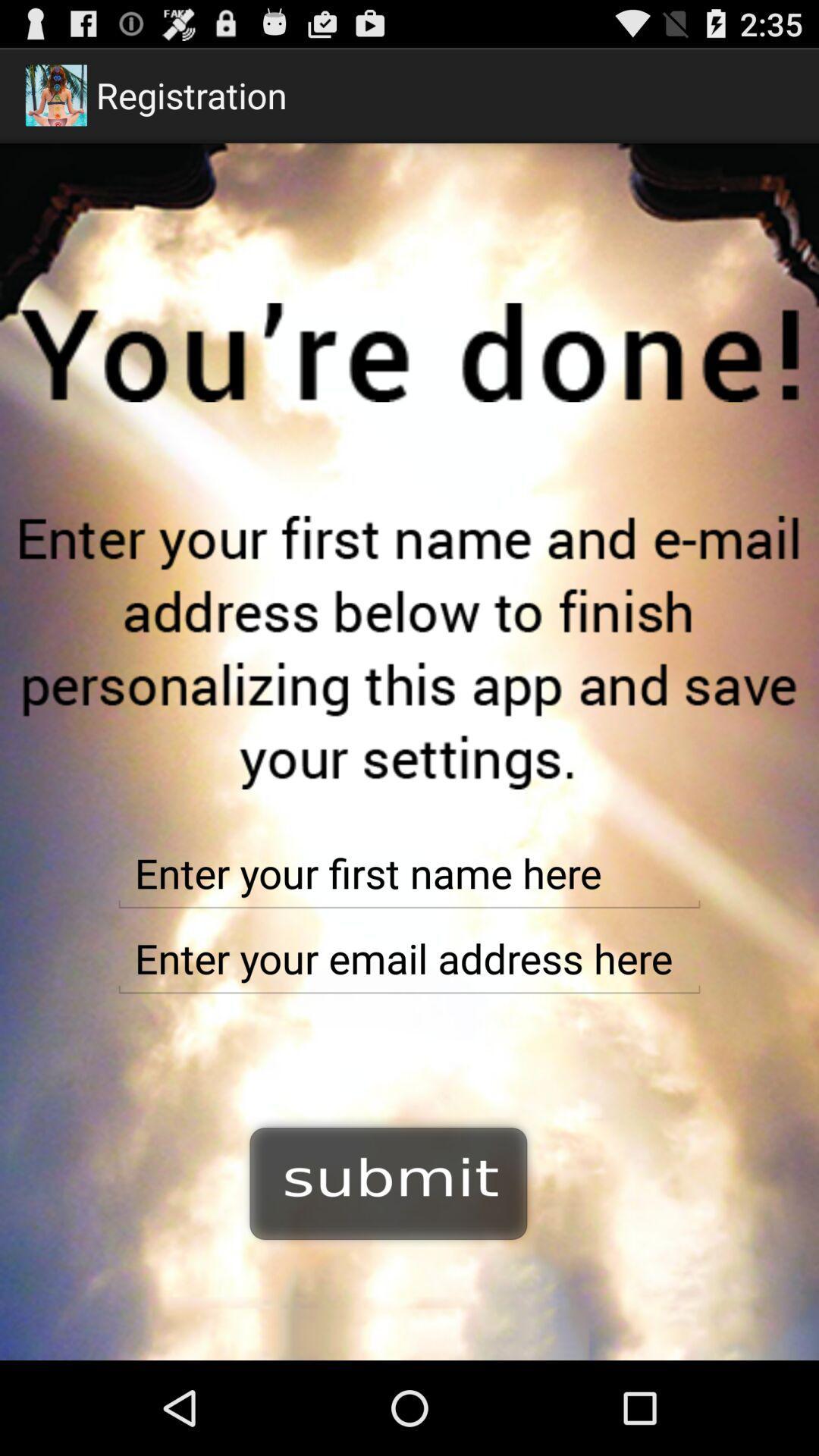 Image resolution: width=819 pixels, height=1456 pixels. Describe the element at coordinates (388, 1181) in the screenshot. I see `option` at that location.